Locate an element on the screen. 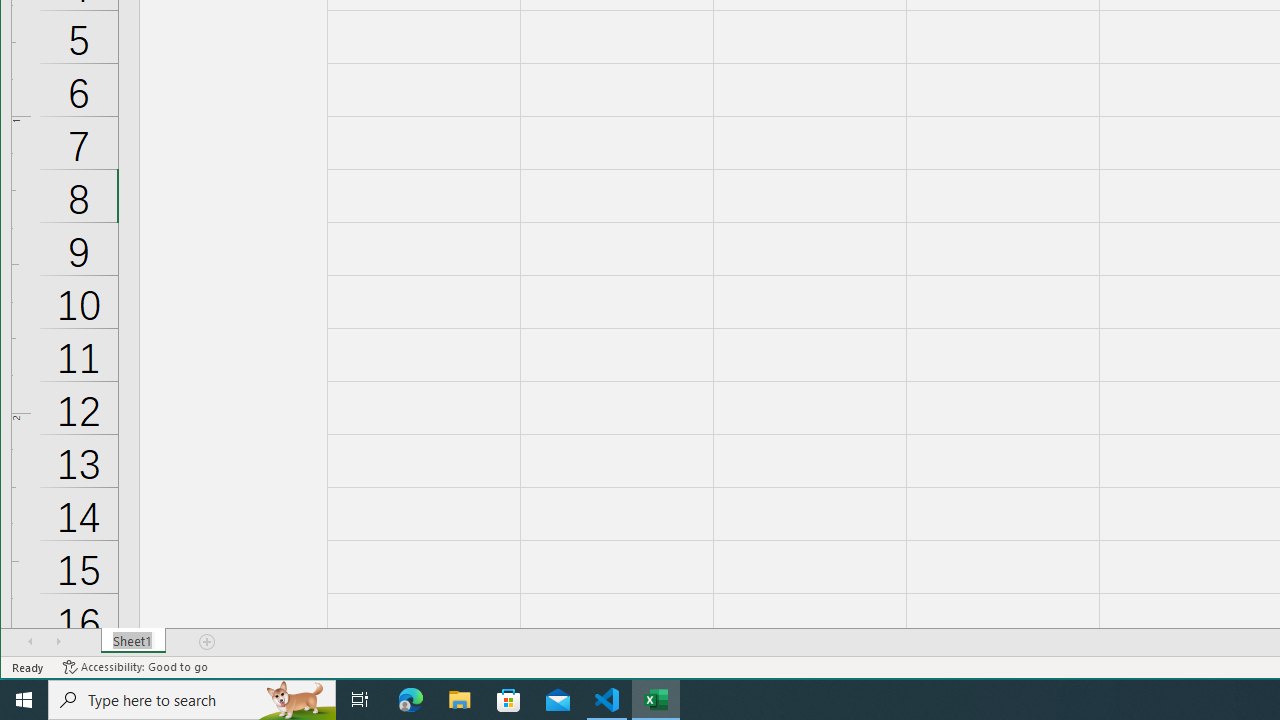 The image size is (1280, 720). 'Microsoft Store' is located at coordinates (509, 698).